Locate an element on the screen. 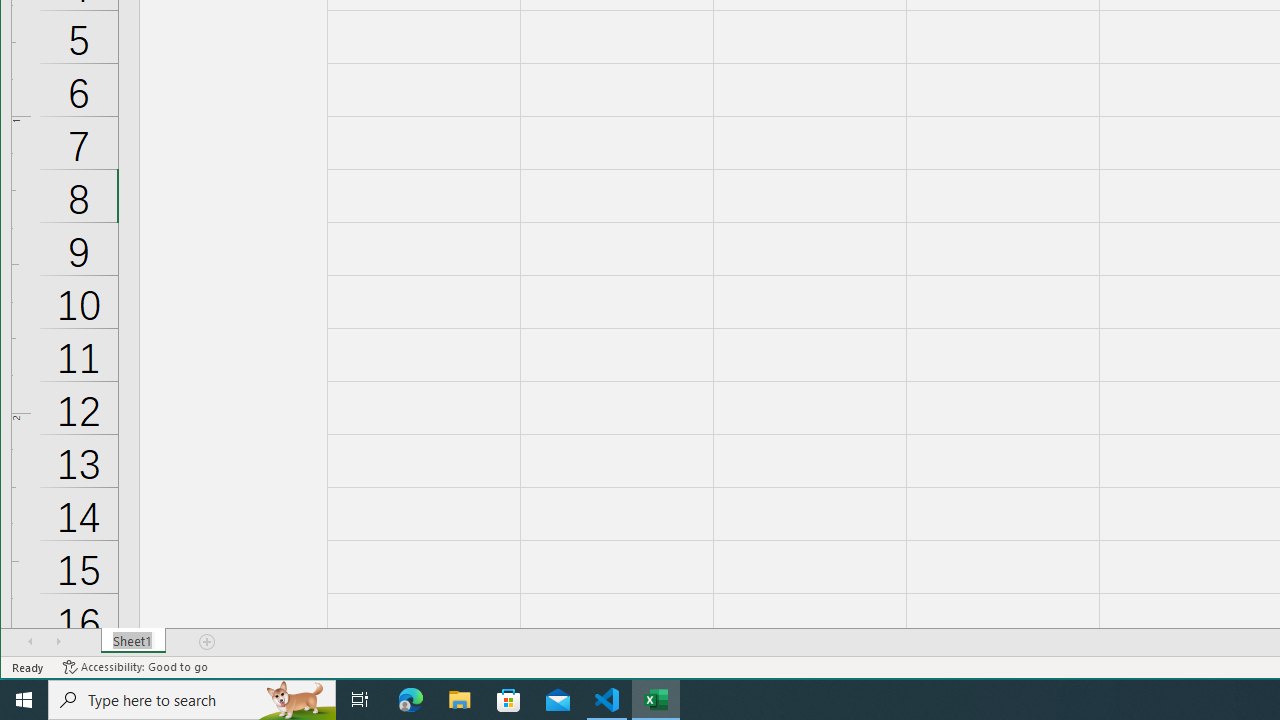 The image size is (1280, 720). 'Microsoft Store' is located at coordinates (509, 698).